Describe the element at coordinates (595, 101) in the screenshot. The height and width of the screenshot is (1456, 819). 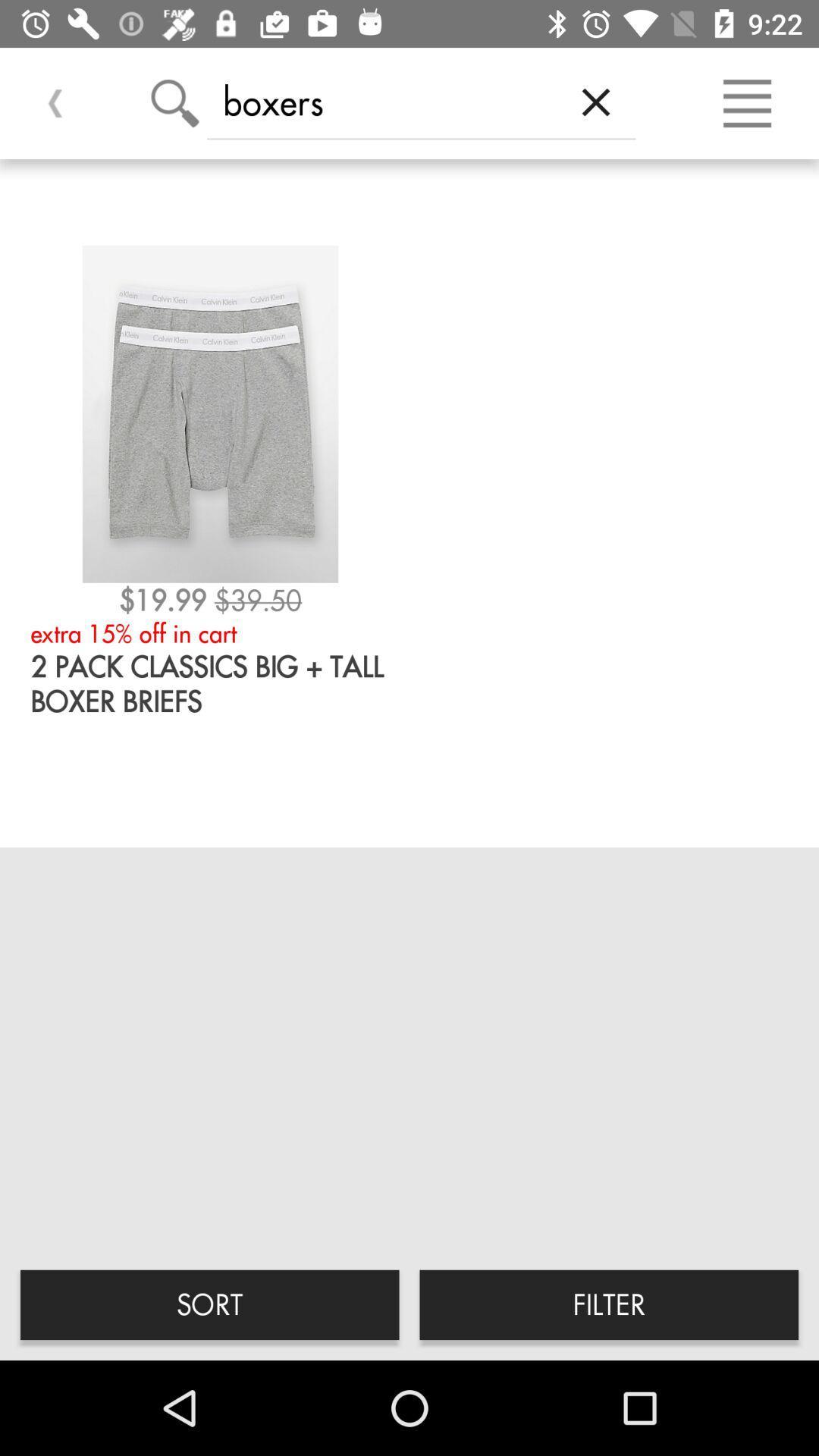
I see `the icon to the right of the boxers icon` at that location.